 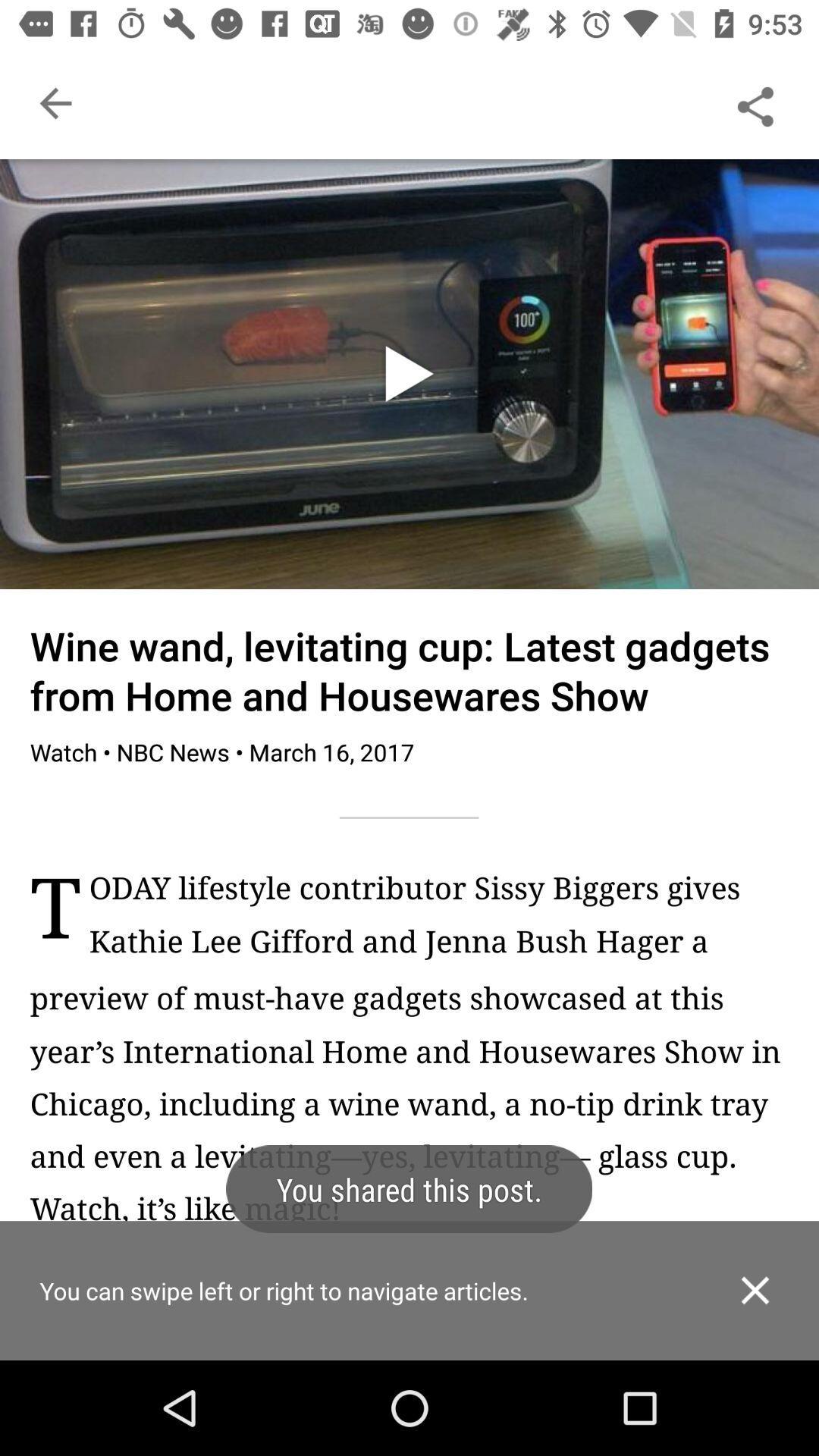 I want to click on share this article, so click(x=755, y=102).